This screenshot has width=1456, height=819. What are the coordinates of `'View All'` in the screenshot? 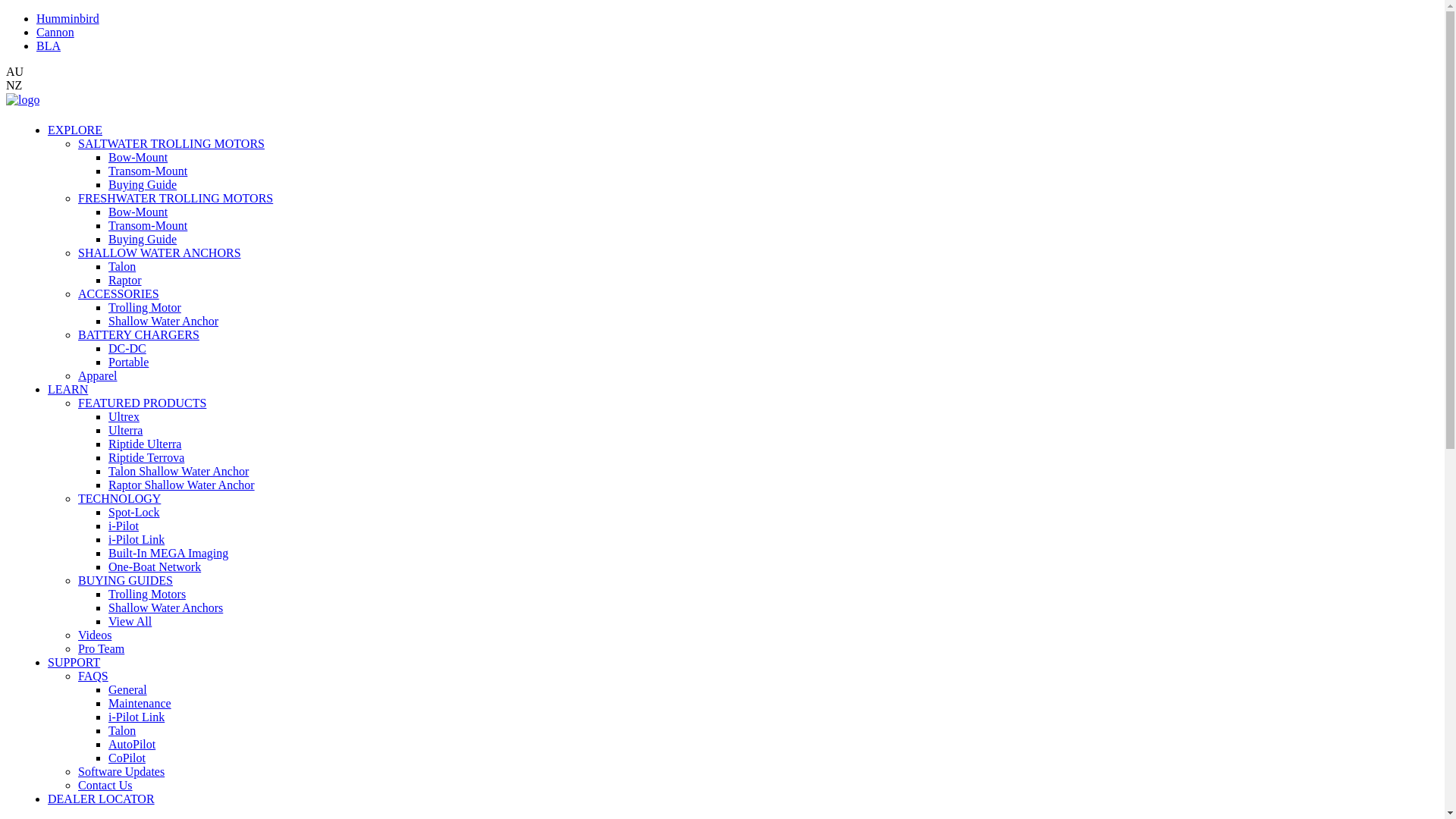 It's located at (130, 621).